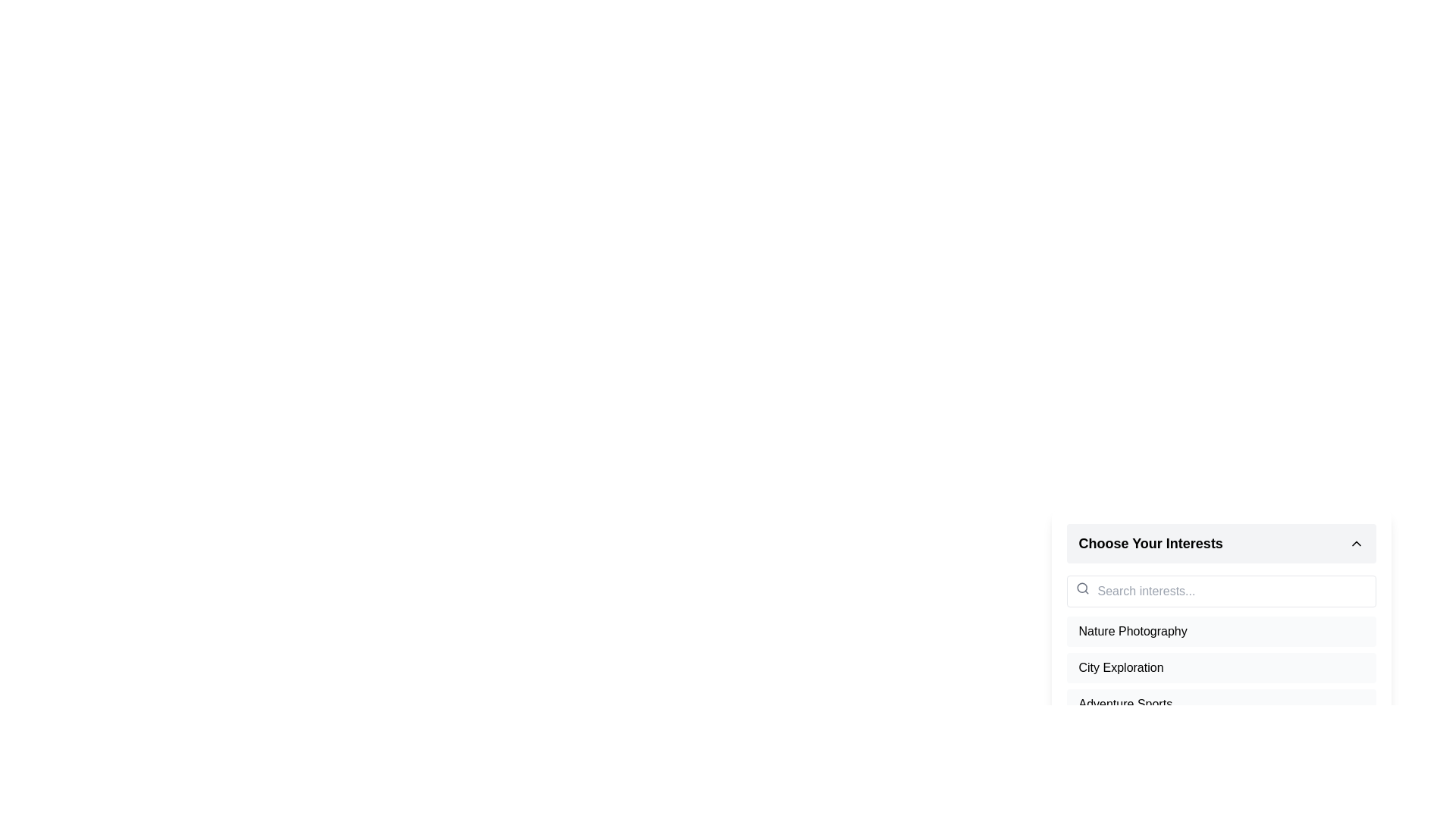  Describe the element at coordinates (1221, 640) in the screenshot. I see `the list item labeled 'Nature Photography', which is the first option in the dropdown panel under 'Choose Your Interests'` at that location.